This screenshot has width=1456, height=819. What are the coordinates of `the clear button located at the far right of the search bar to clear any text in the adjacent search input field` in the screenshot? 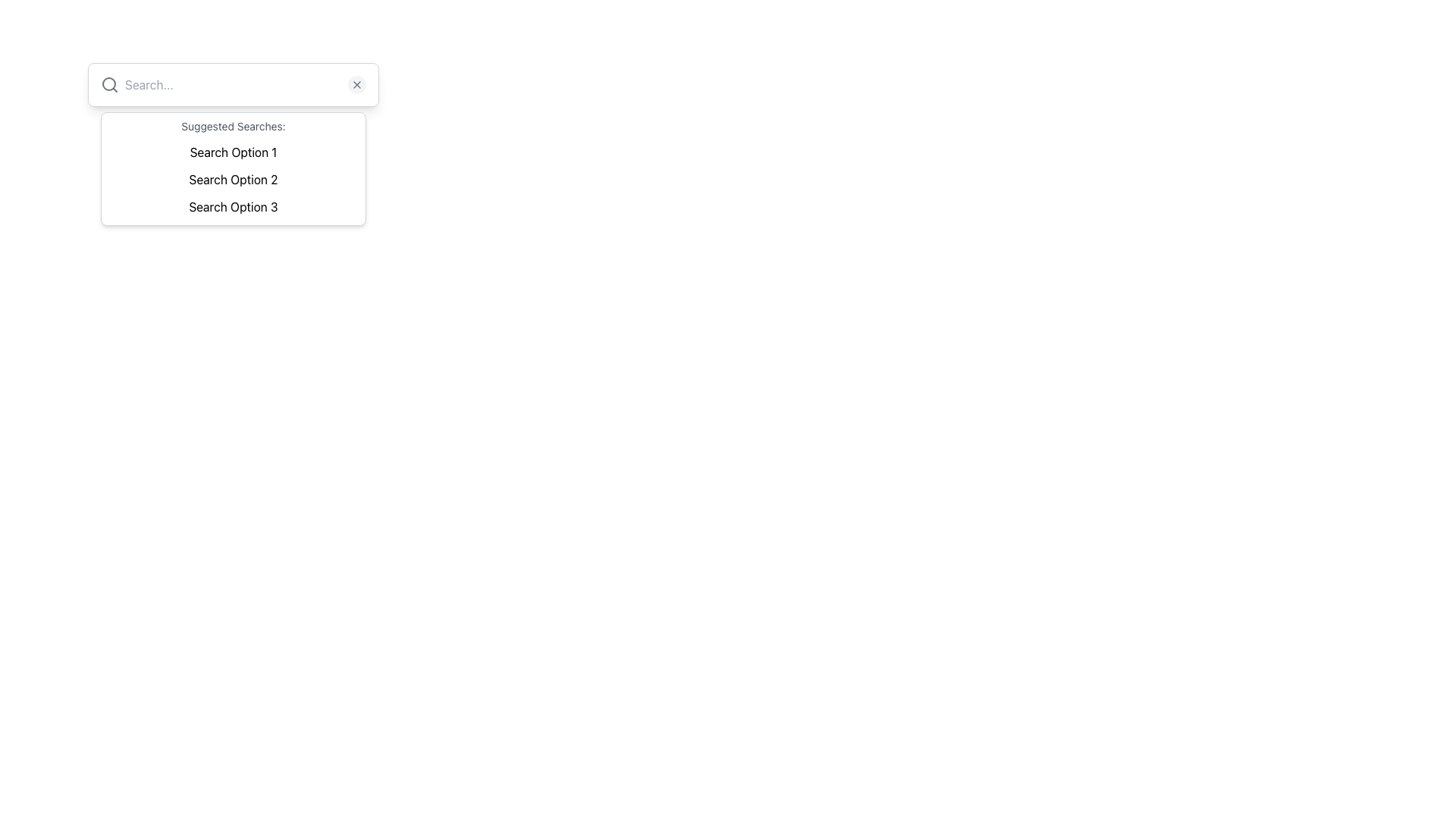 It's located at (356, 84).